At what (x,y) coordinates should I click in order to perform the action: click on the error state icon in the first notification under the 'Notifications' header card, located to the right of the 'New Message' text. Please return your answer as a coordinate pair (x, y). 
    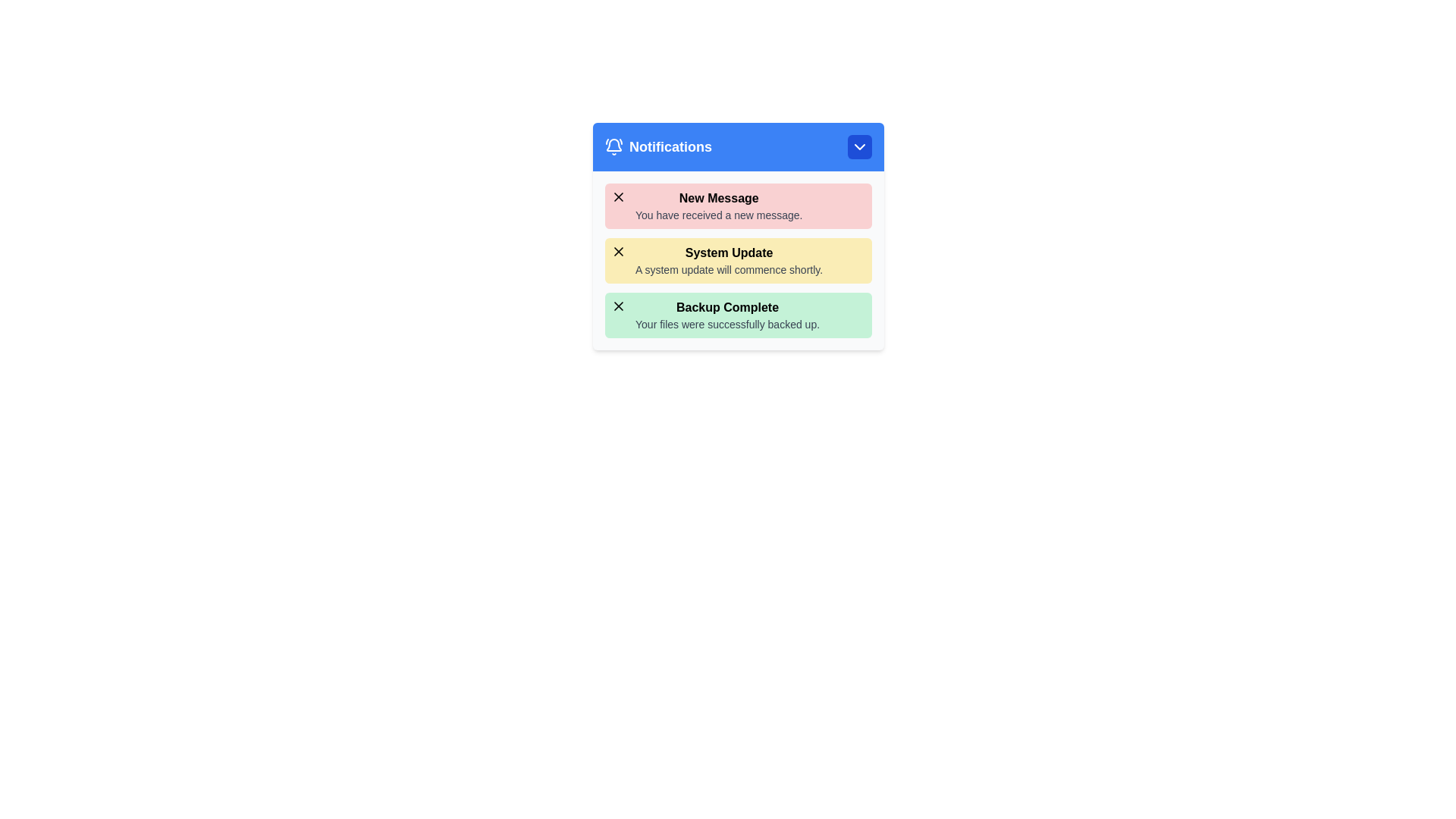
    Looking at the image, I should click on (619, 196).